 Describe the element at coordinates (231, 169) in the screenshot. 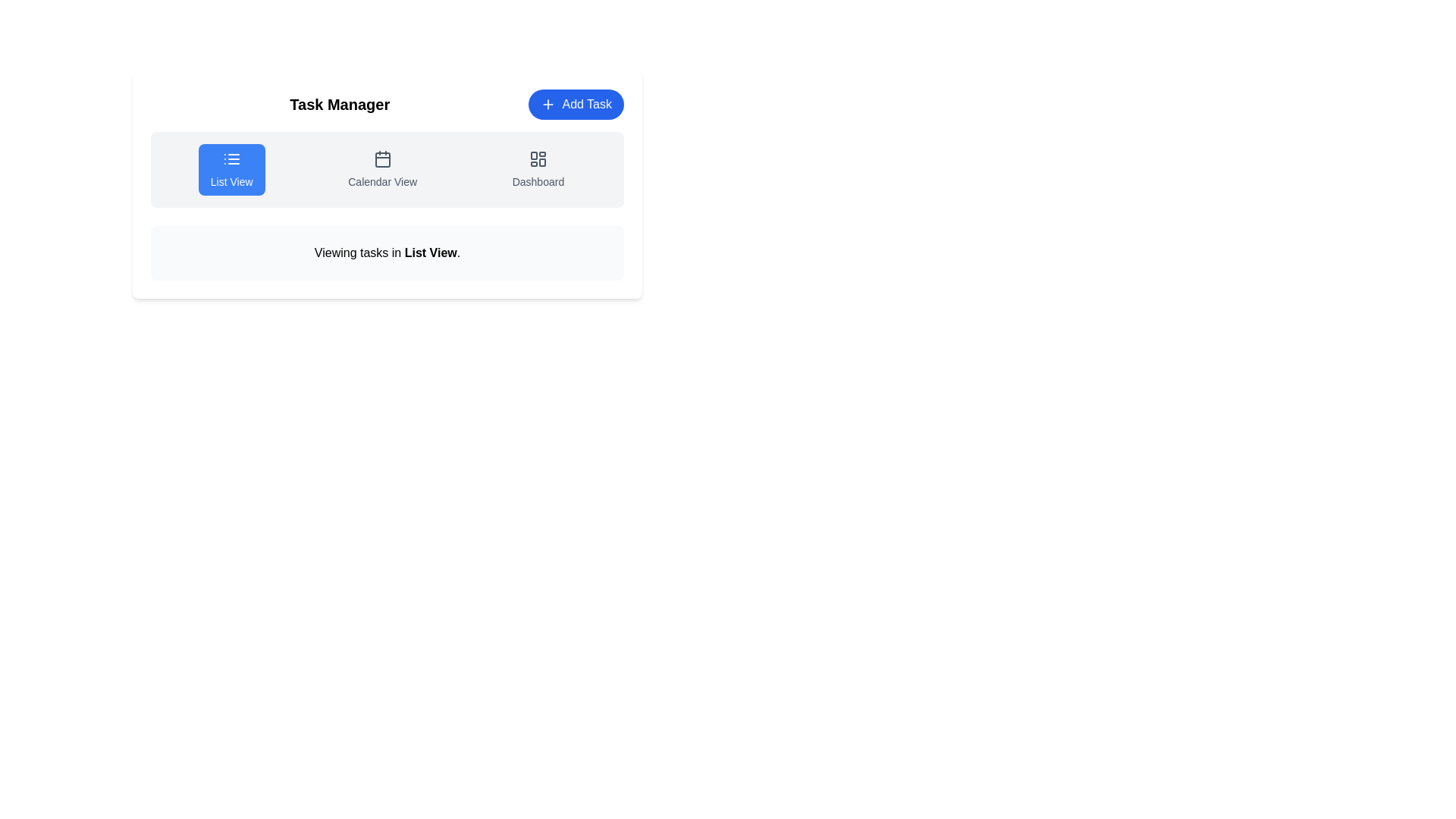

I see `the button on the left side of a group of three buttons` at that location.